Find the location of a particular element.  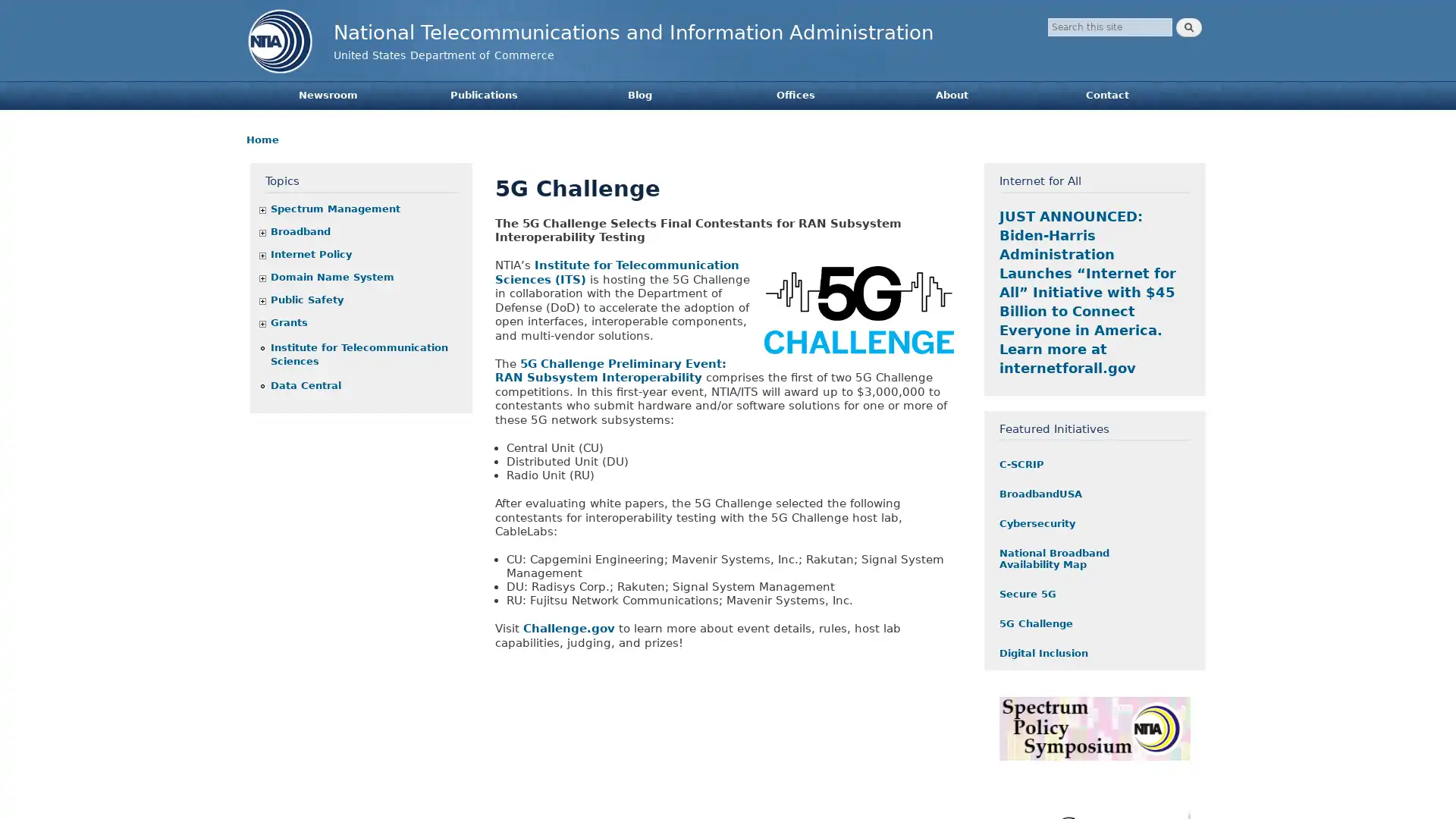

Search is located at coordinates (1188, 27).